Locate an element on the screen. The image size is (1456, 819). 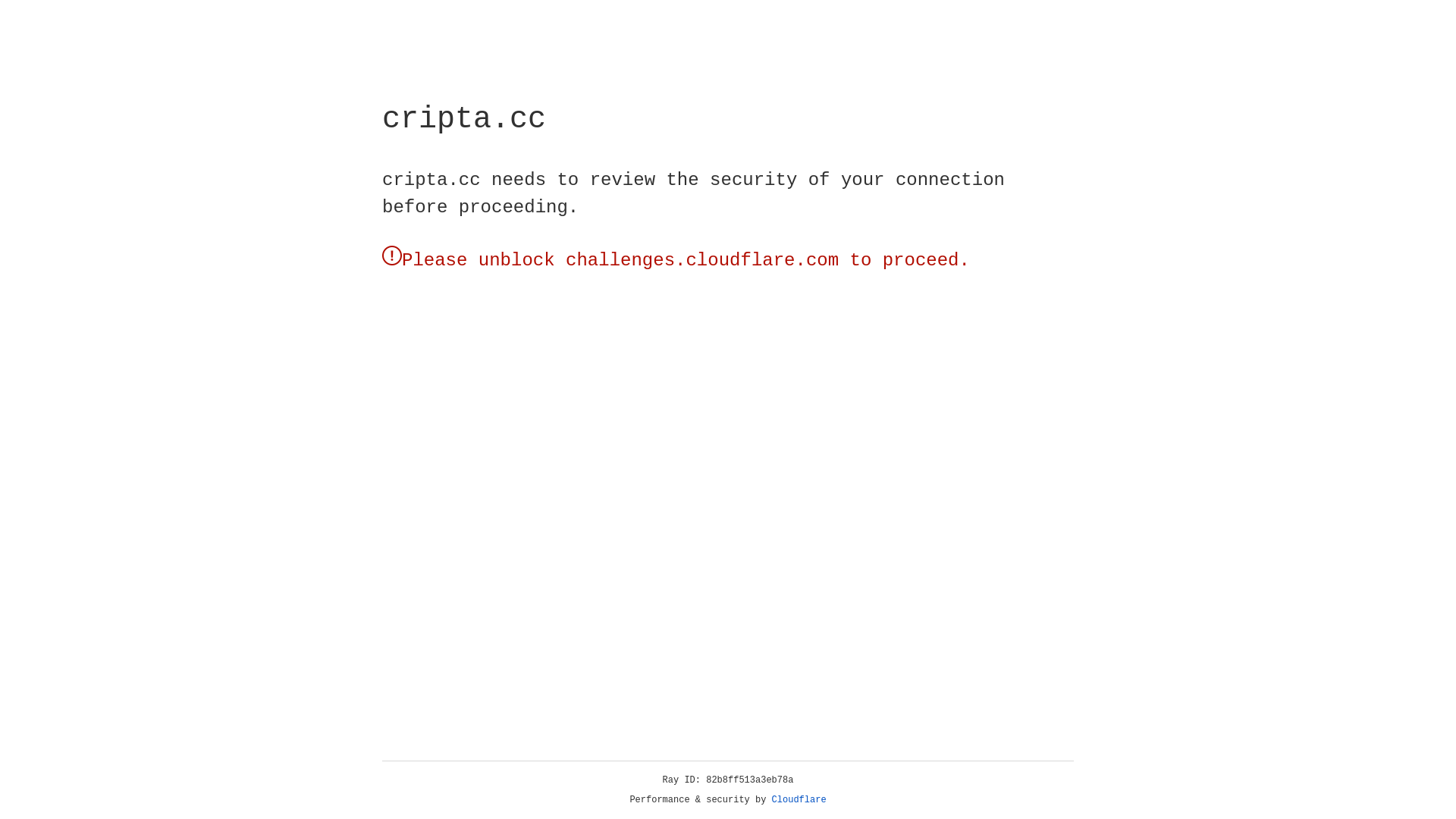
'Cloudflare' is located at coordinates (799, 799).